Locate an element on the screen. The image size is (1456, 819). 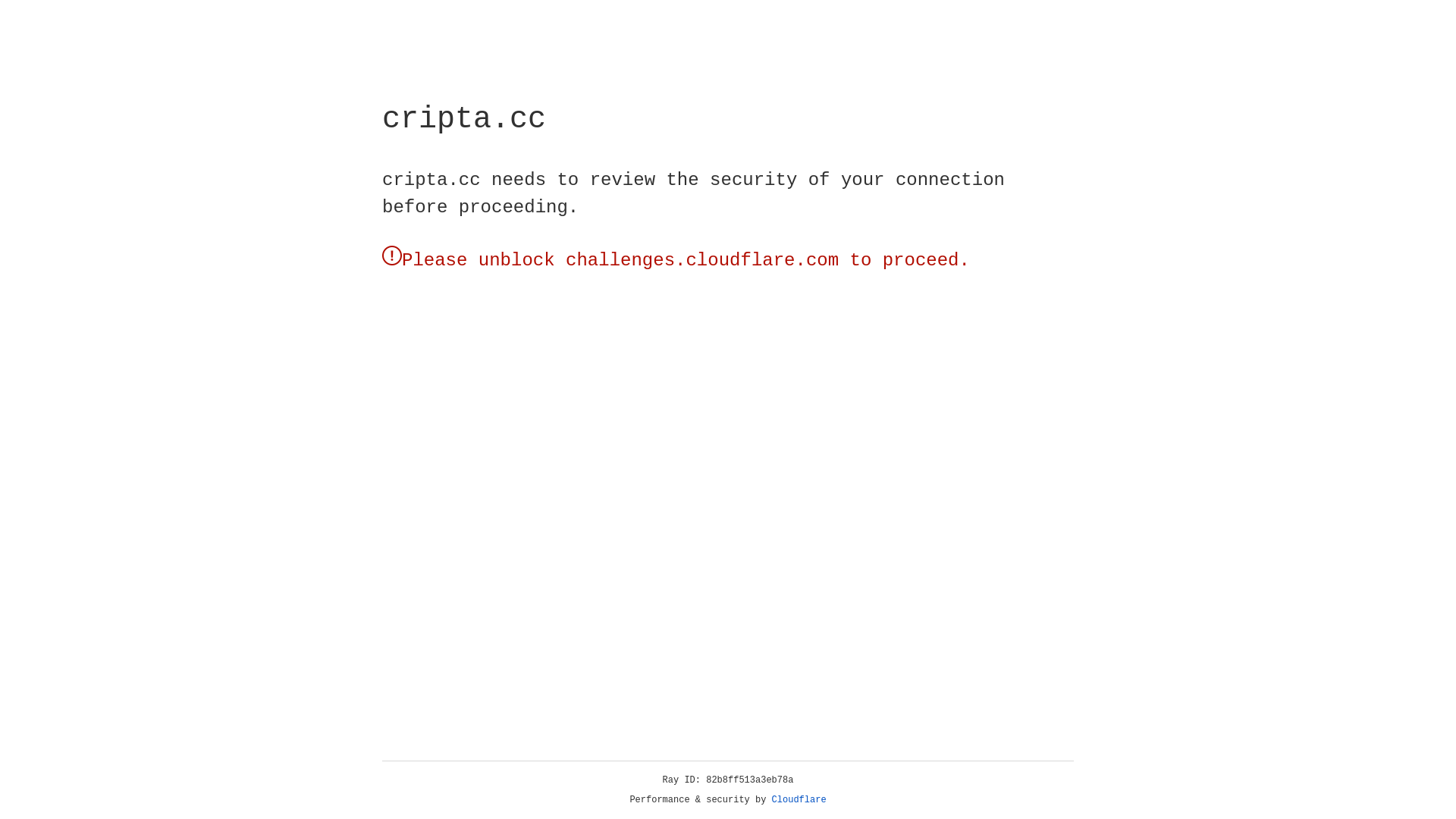
'Cloudflare' is located at coordinates (799, 799).